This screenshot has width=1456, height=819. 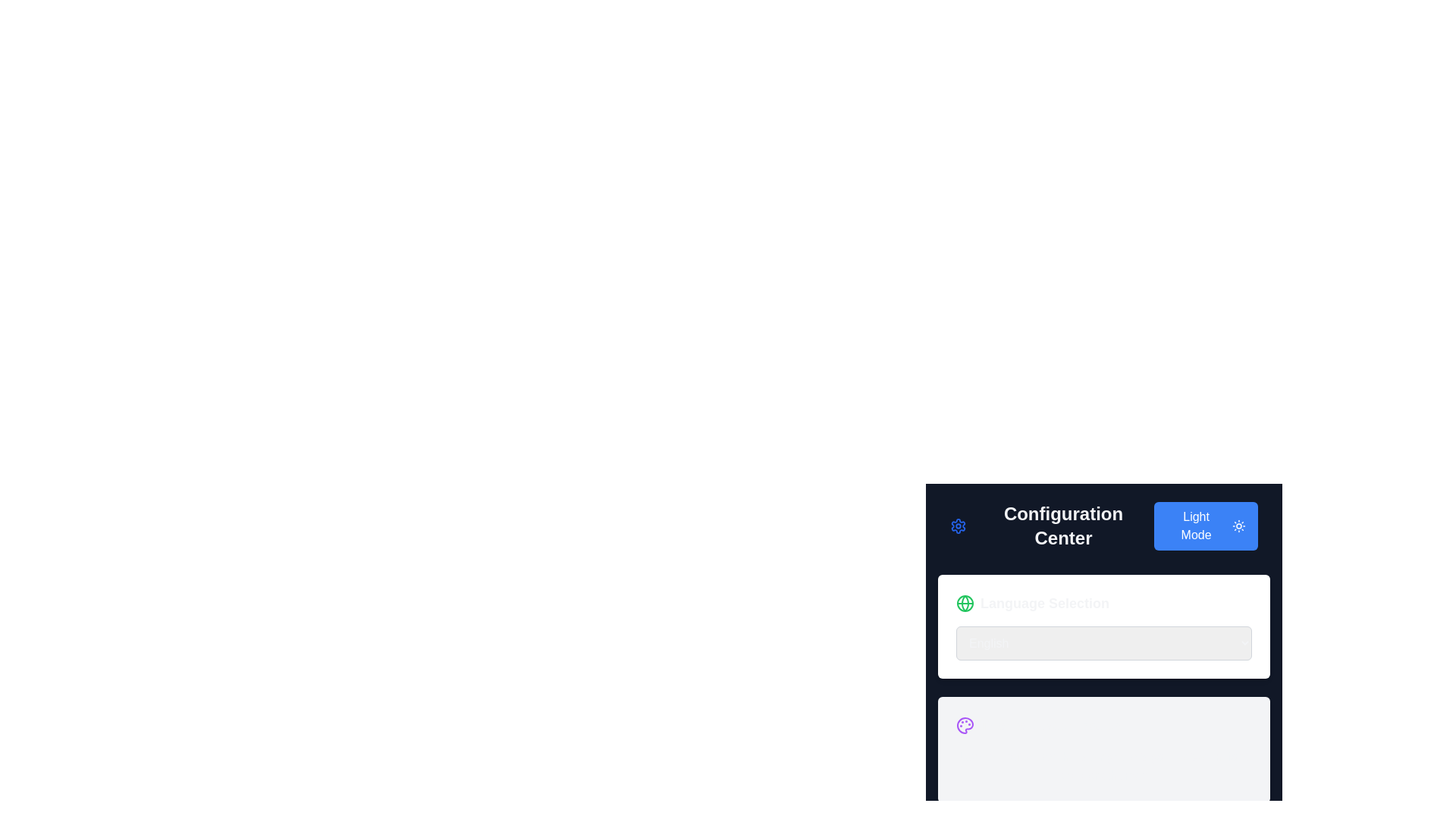 What do you see at coordinates (964, 602) in the screenshot?
I see `the circular green element that forms the outer border of the globe icon located in the upper left section of the language selection module in the Configuration Center panel` at bounding box center [964, 602].